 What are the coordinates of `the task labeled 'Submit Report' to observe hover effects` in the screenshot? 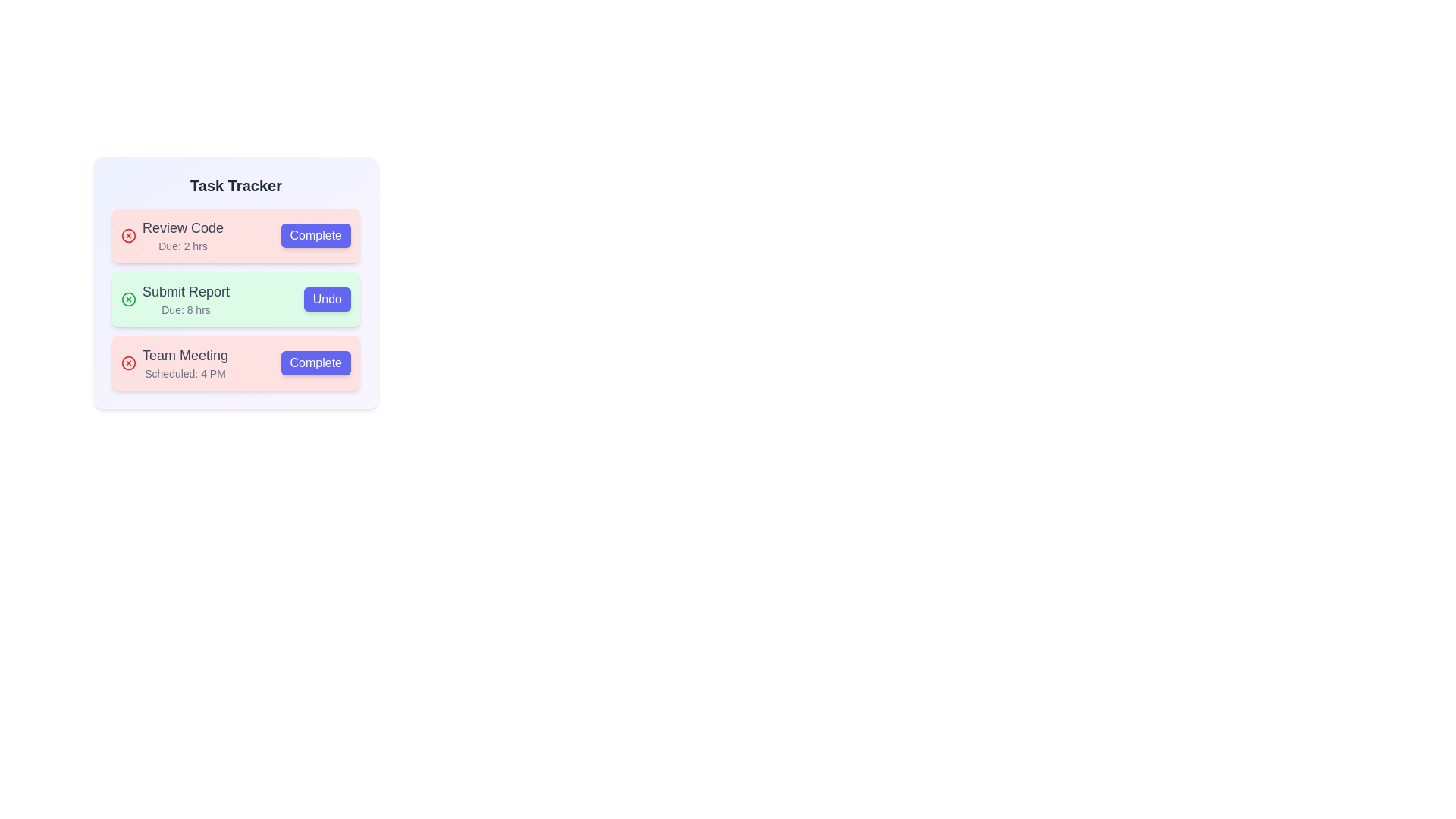 It's located at (235, 299).